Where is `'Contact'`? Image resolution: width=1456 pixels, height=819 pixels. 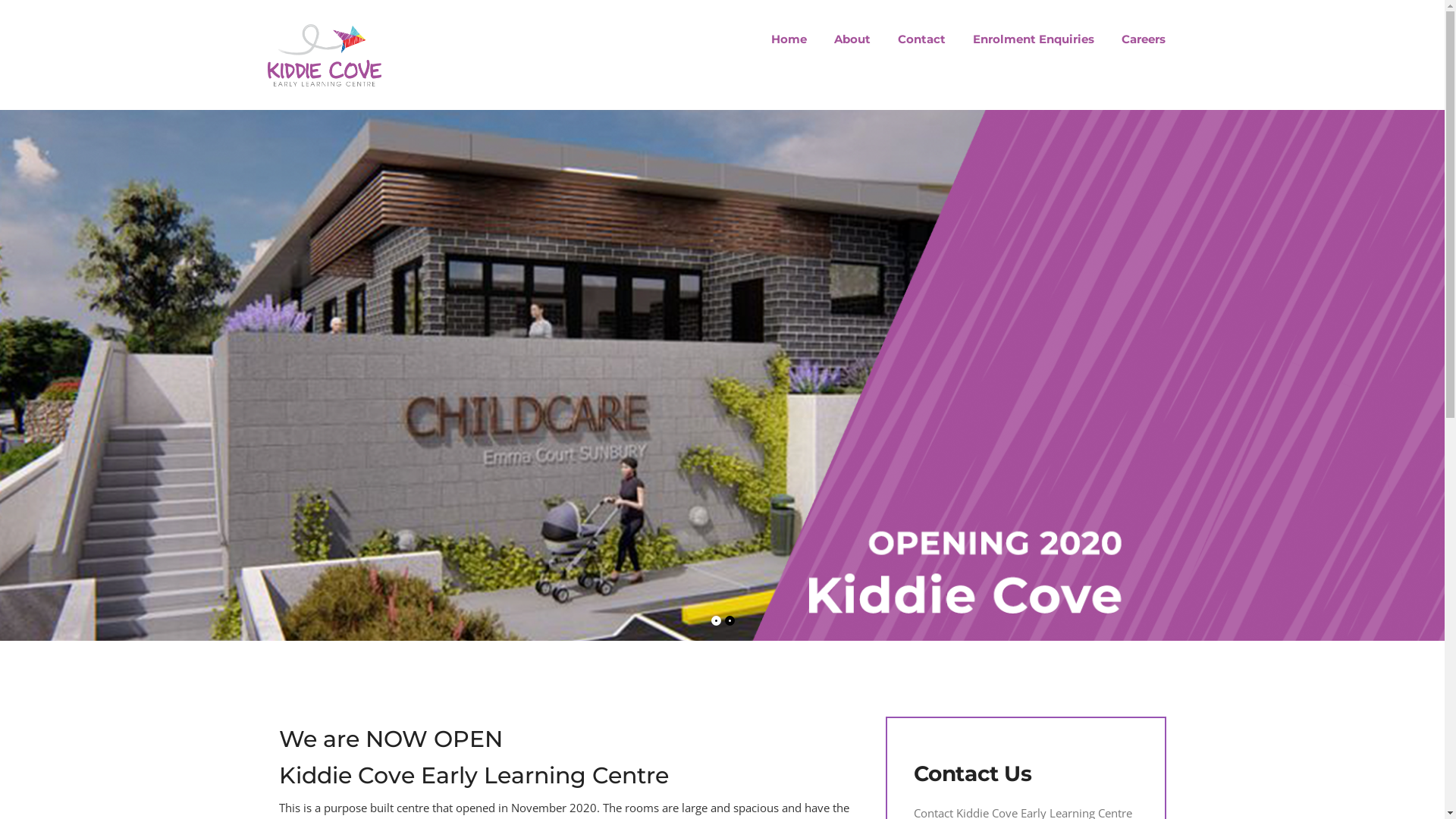
'Contact' is located at coordinates (884, 38).